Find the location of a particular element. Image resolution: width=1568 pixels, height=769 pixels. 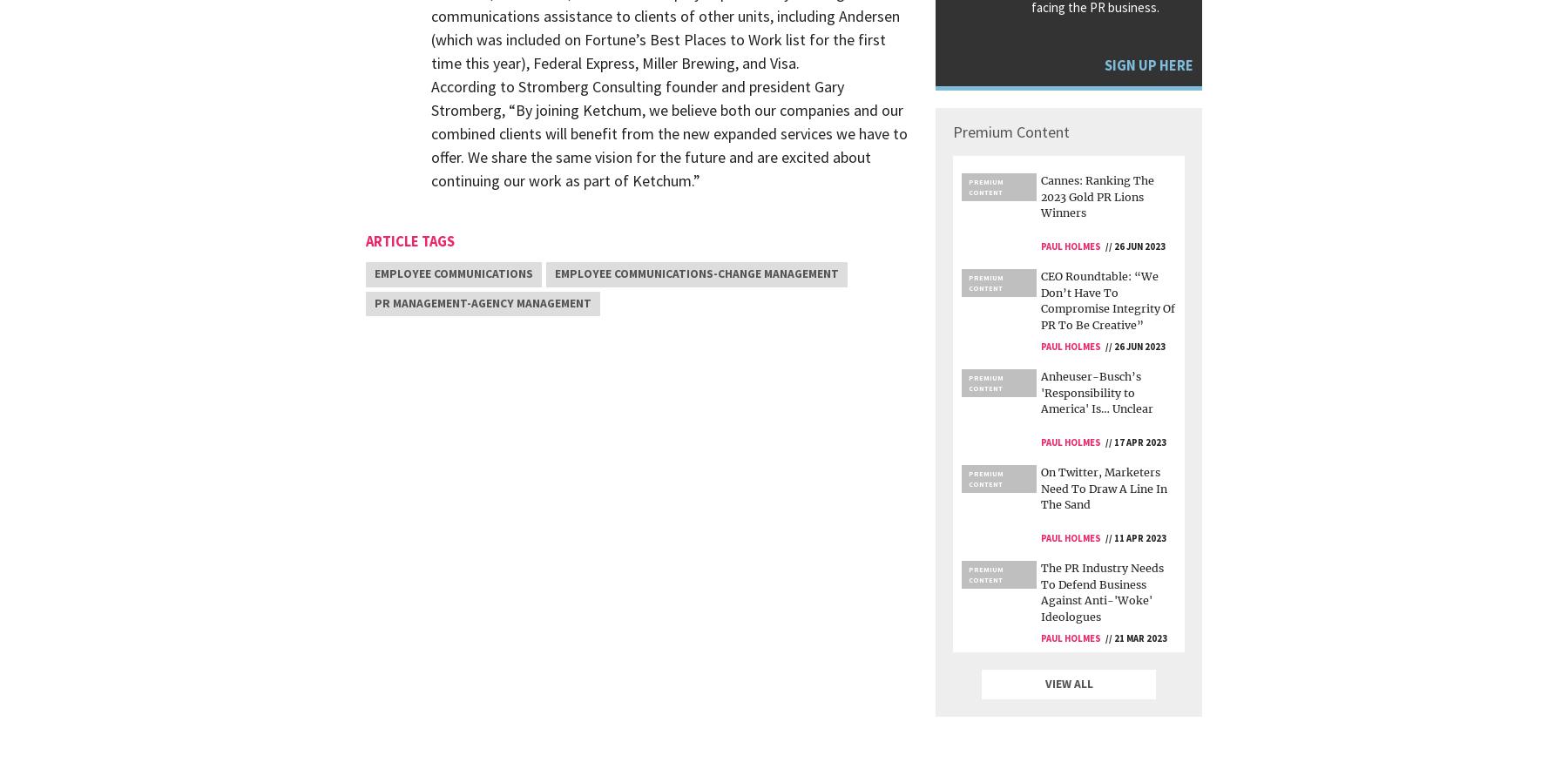

'On Twitter, Marketers Need To Draw A Line In The Sand' is located at coordinates (1104, 488).